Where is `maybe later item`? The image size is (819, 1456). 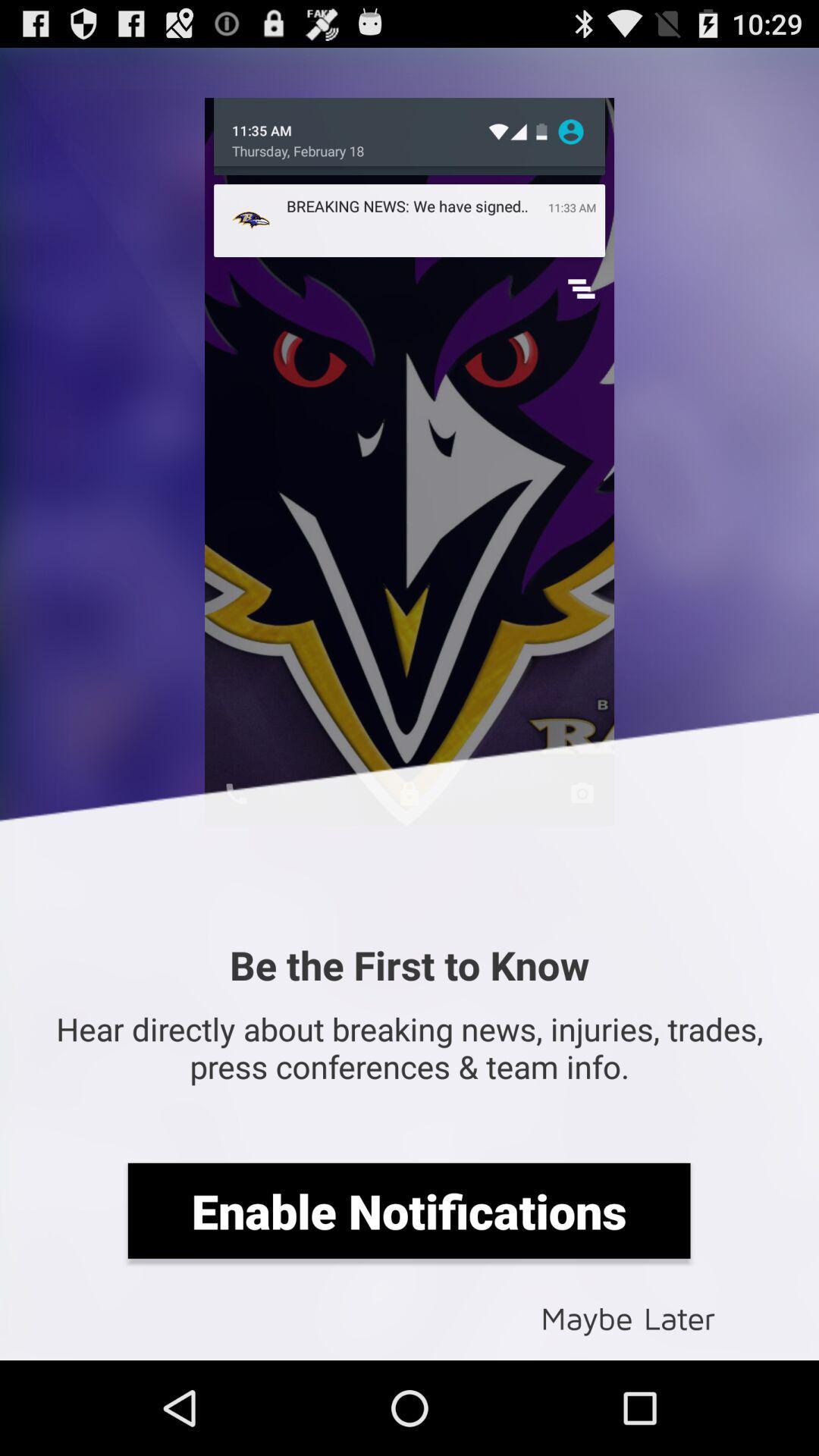
maybe later item is located at coordinates (628, 1316).